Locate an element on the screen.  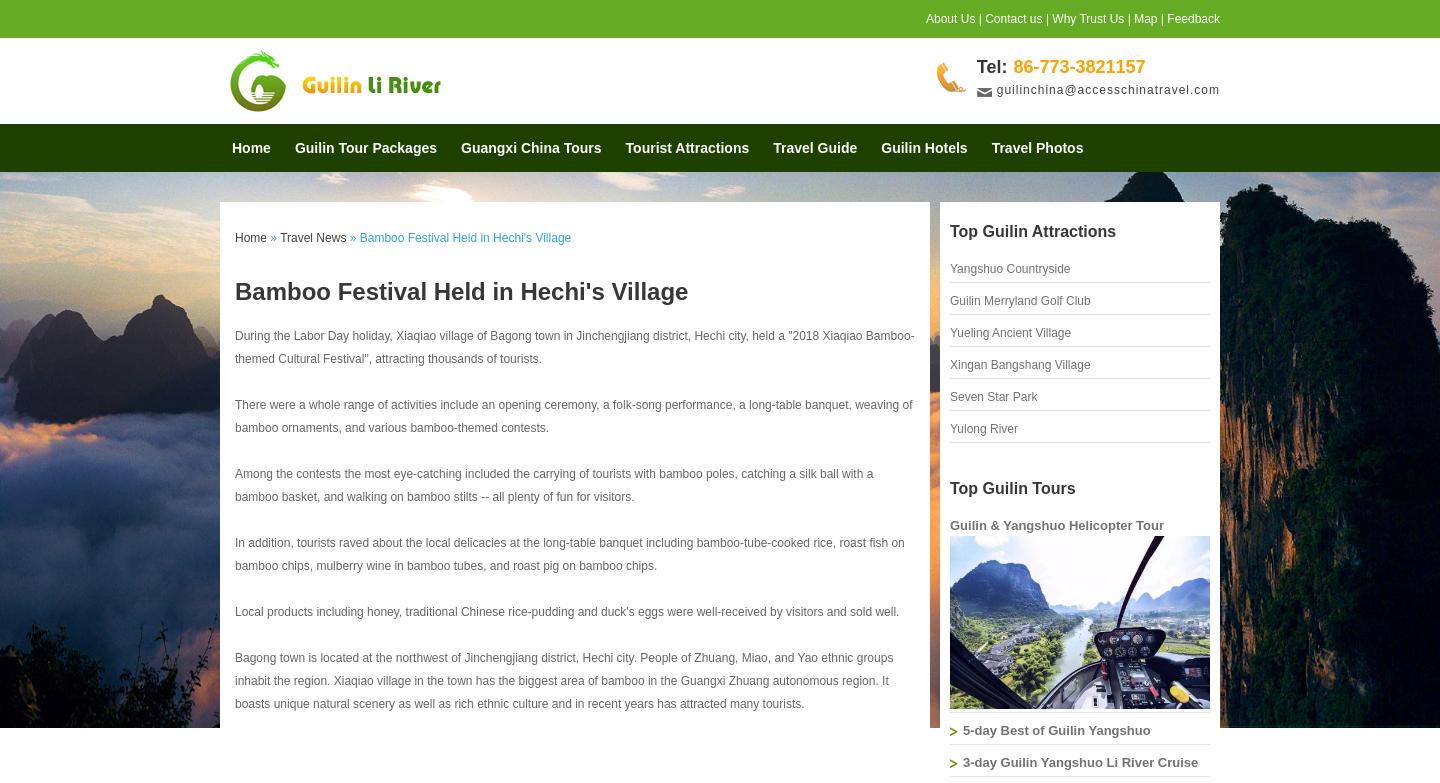
'Among the contests the most eye-catching included the carrying of tourists with bamboo poles, catching a silk ball with a bamboo basket, and walking on bamboo stilts -- all plenty of fun for visitors.' is located at coordinates (553, 484).